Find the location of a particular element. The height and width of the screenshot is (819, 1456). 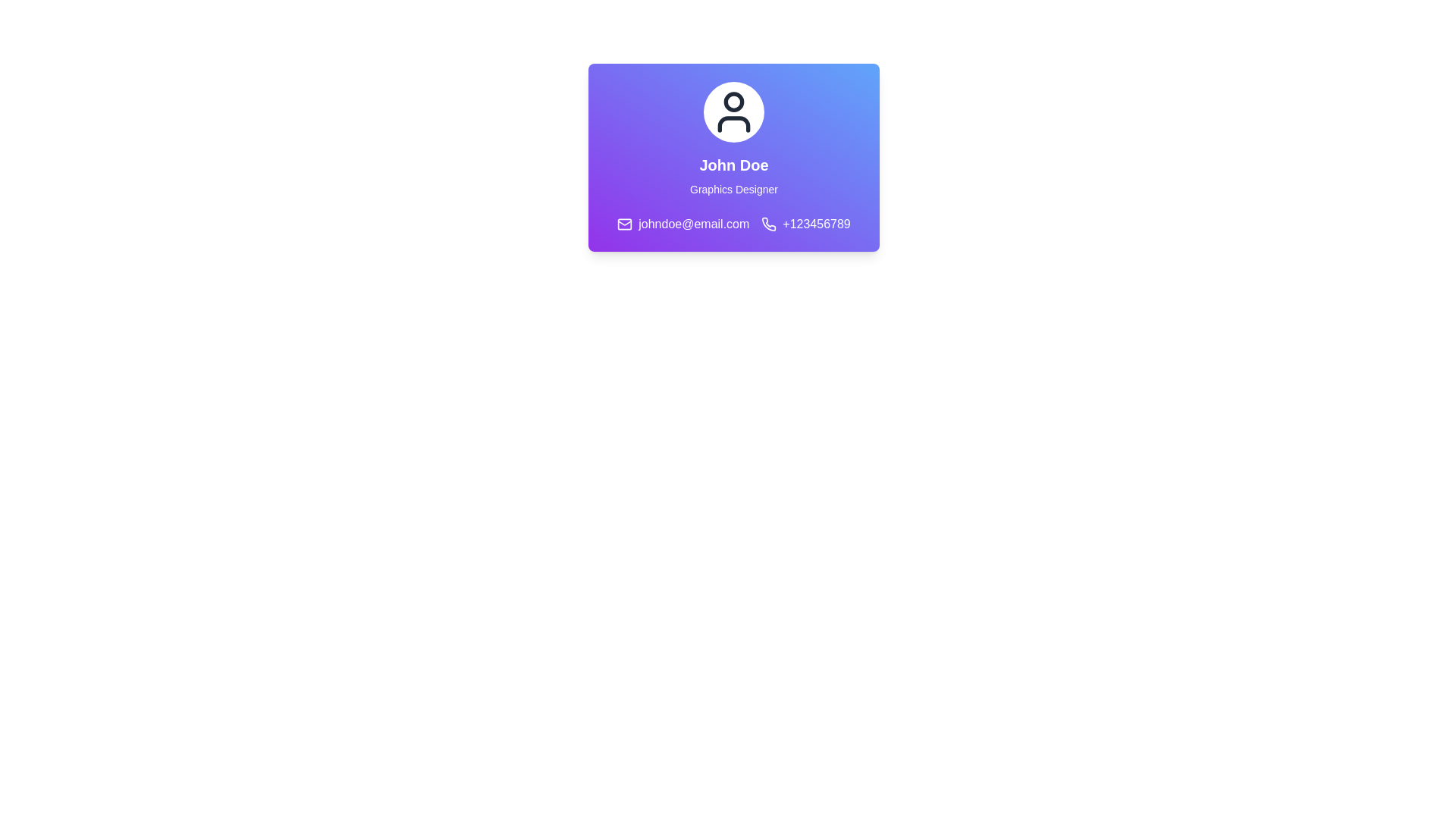

the phone icon, which is styled in line-art and located to the left of the phone number '+123456789' is located at coordinates (769, 224).